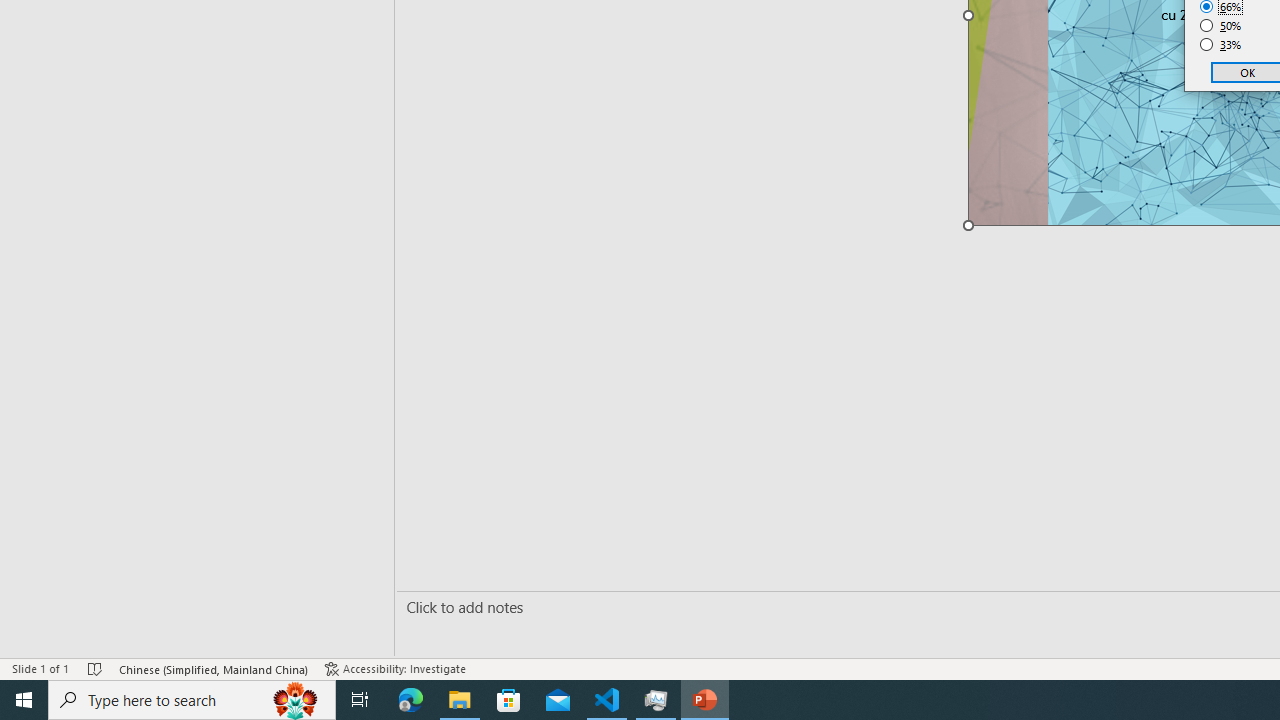  I want to click on 'PowerPoint - 1 running window', so click(705, 698).